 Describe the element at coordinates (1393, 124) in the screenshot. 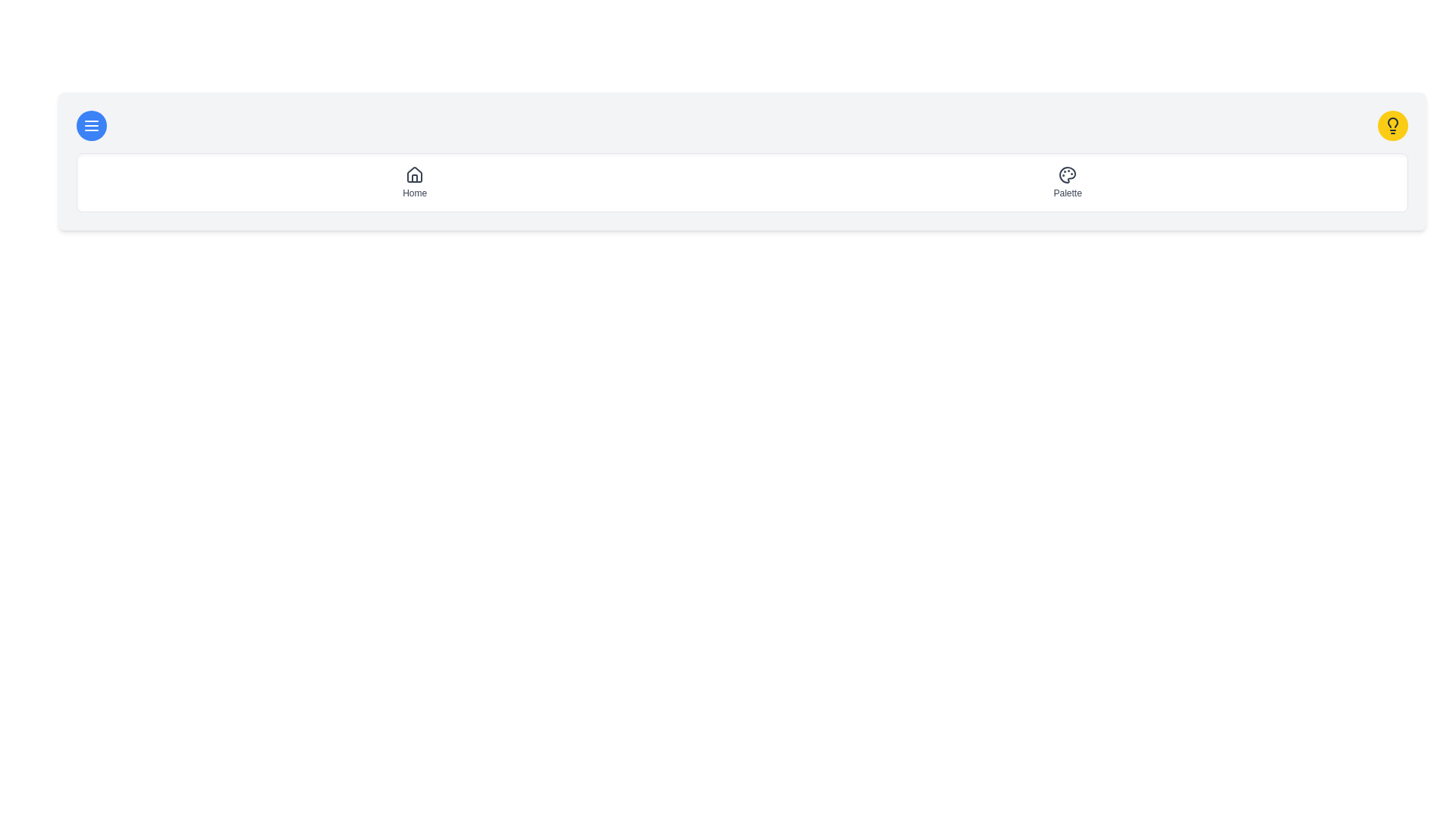

I see `the lightbulb icon located on the far right of the top navigation bar` at that location.